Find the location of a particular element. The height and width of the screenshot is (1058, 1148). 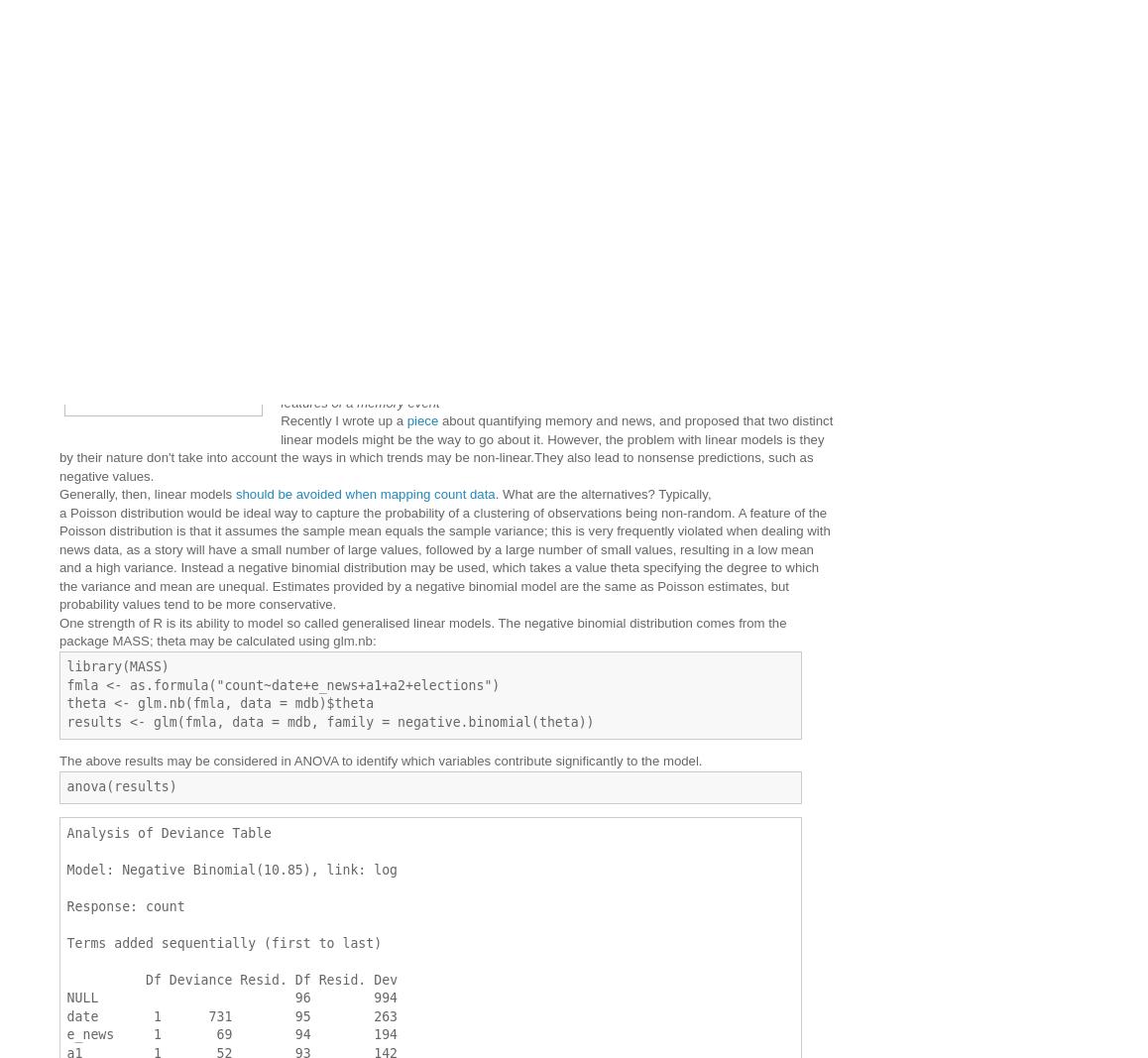

'HOME' is located at coordinates (436, 181).